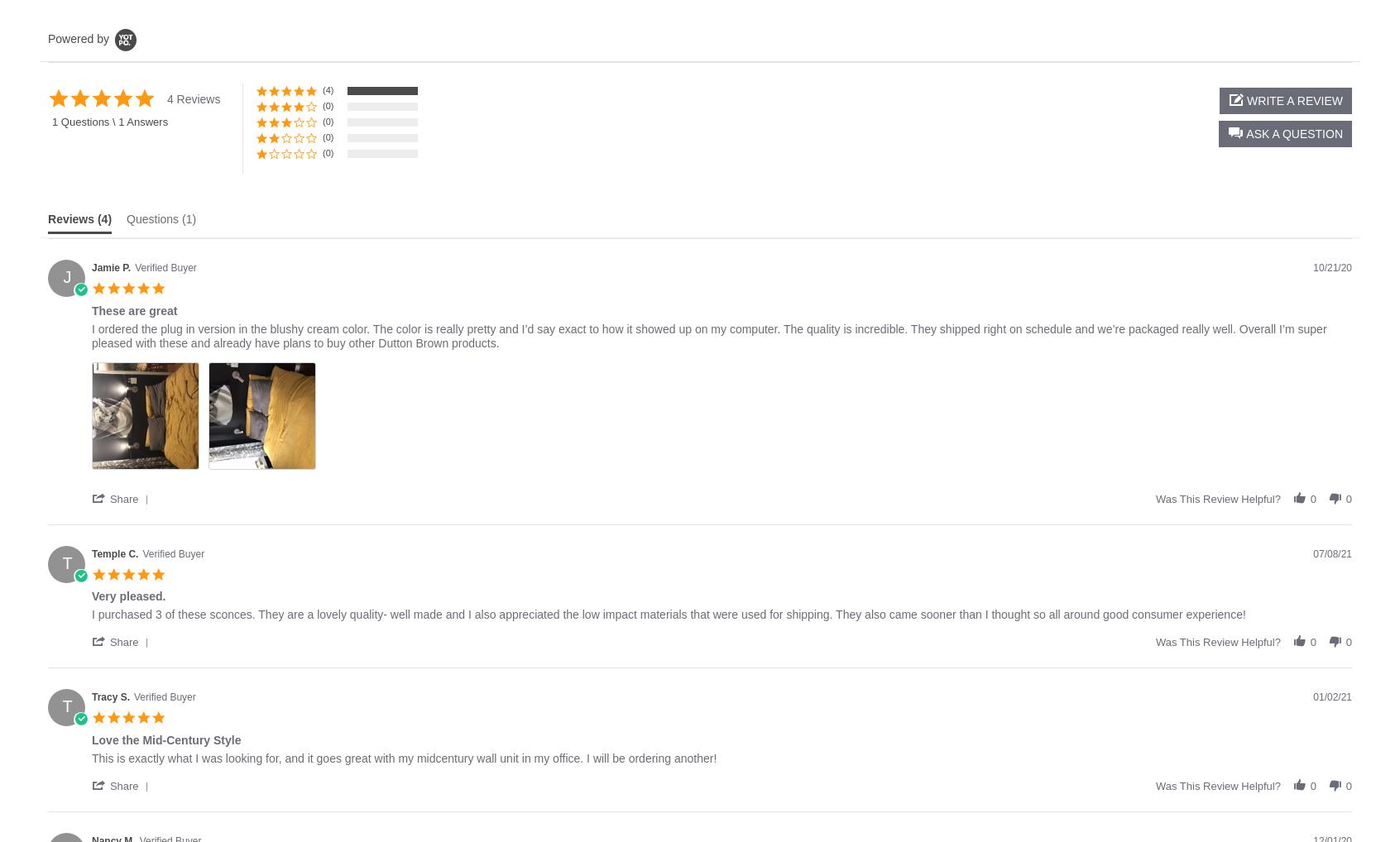 Image resolution: width=1400 pixels, height=842 pixels. What do you see at coordinates (193, 98) in the screenshot?
I see `'4 Reviews'` at bounding box center [193, 98].